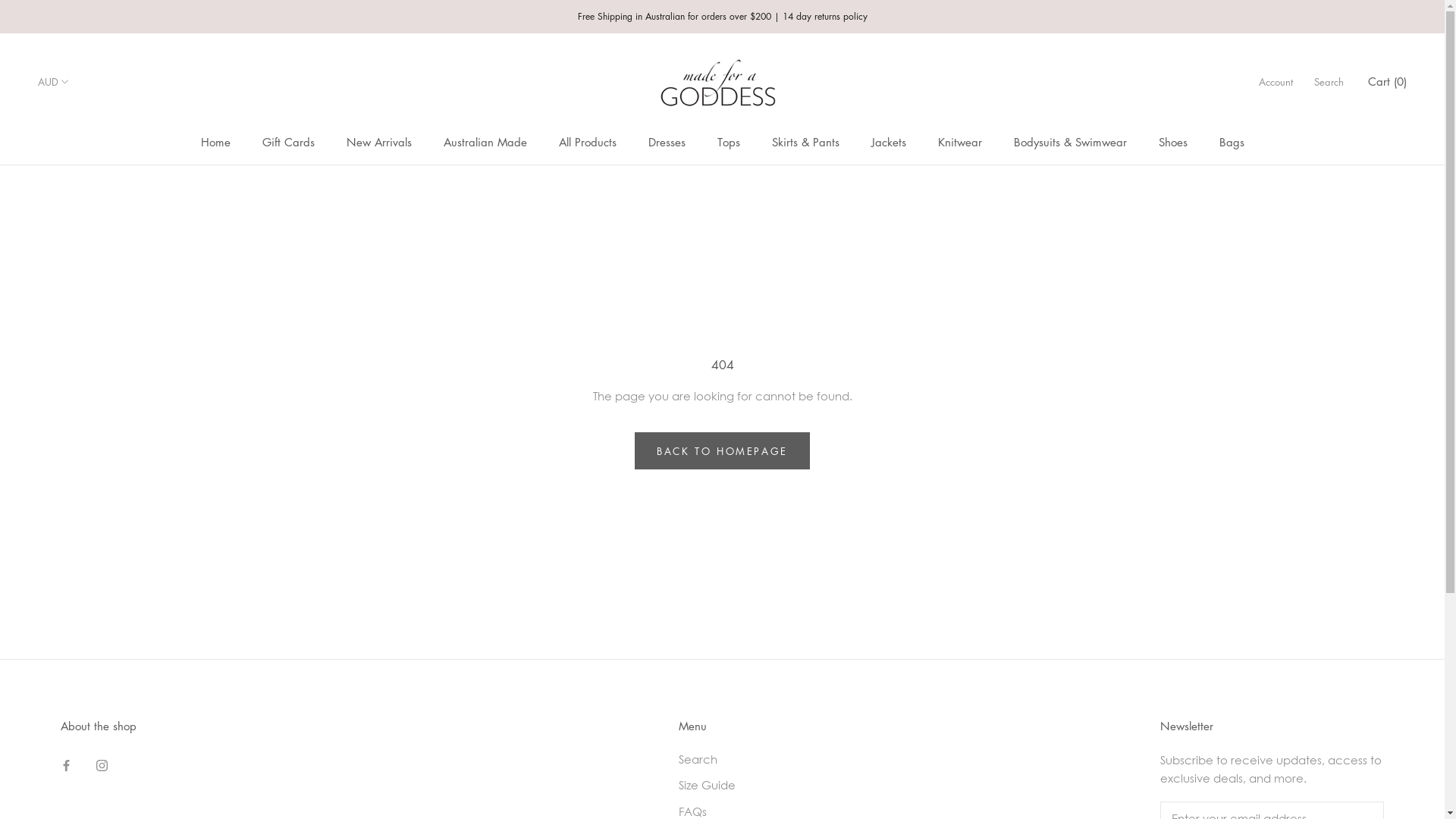 The height and width of the screenshot is (819, 1456). What do you see at coordinates (442, 141) in the screenshot?
I see `'Australian Made` at bounding box center [442, 141].